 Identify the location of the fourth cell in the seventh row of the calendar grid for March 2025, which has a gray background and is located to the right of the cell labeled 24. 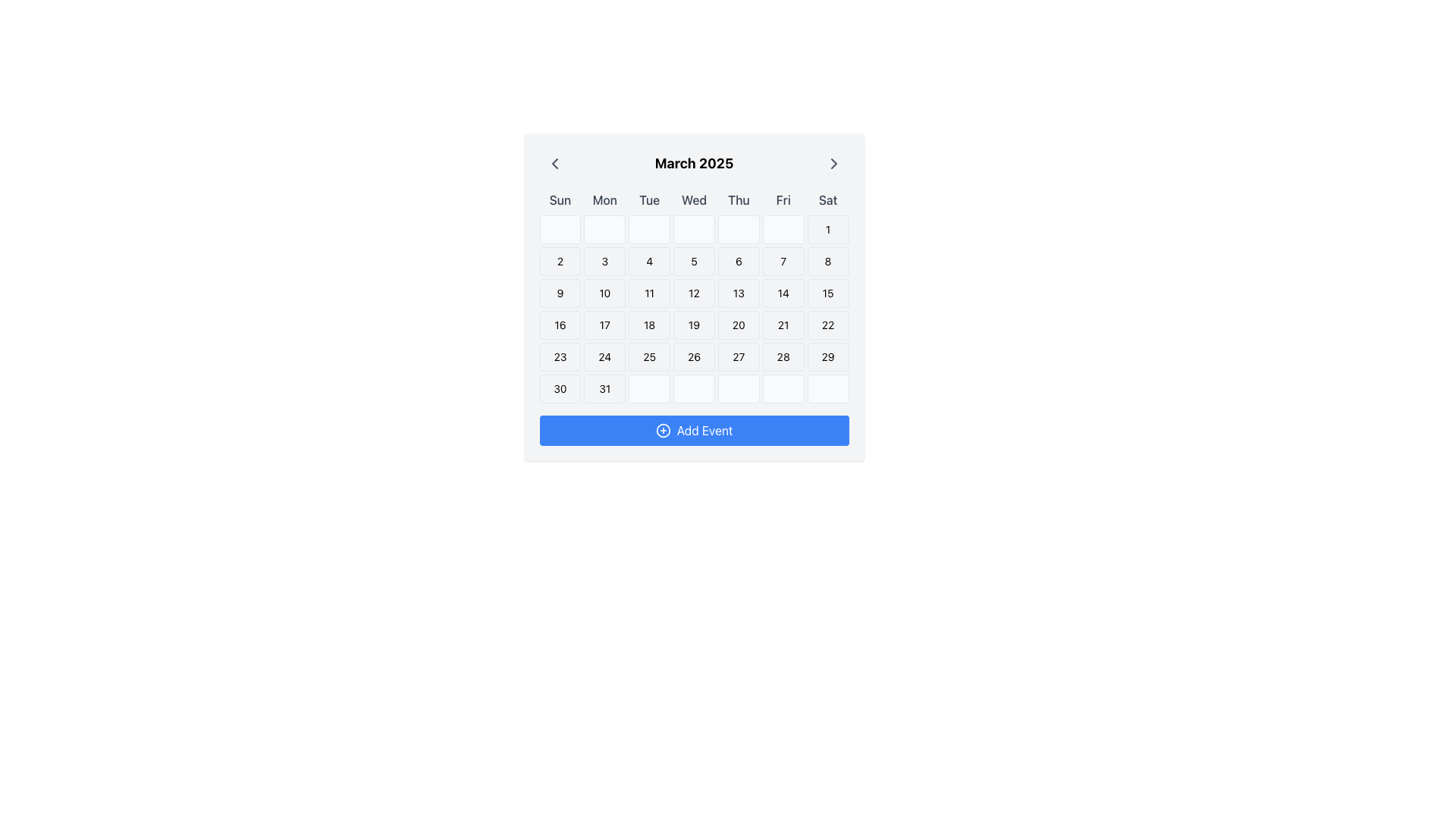
(649, 388).